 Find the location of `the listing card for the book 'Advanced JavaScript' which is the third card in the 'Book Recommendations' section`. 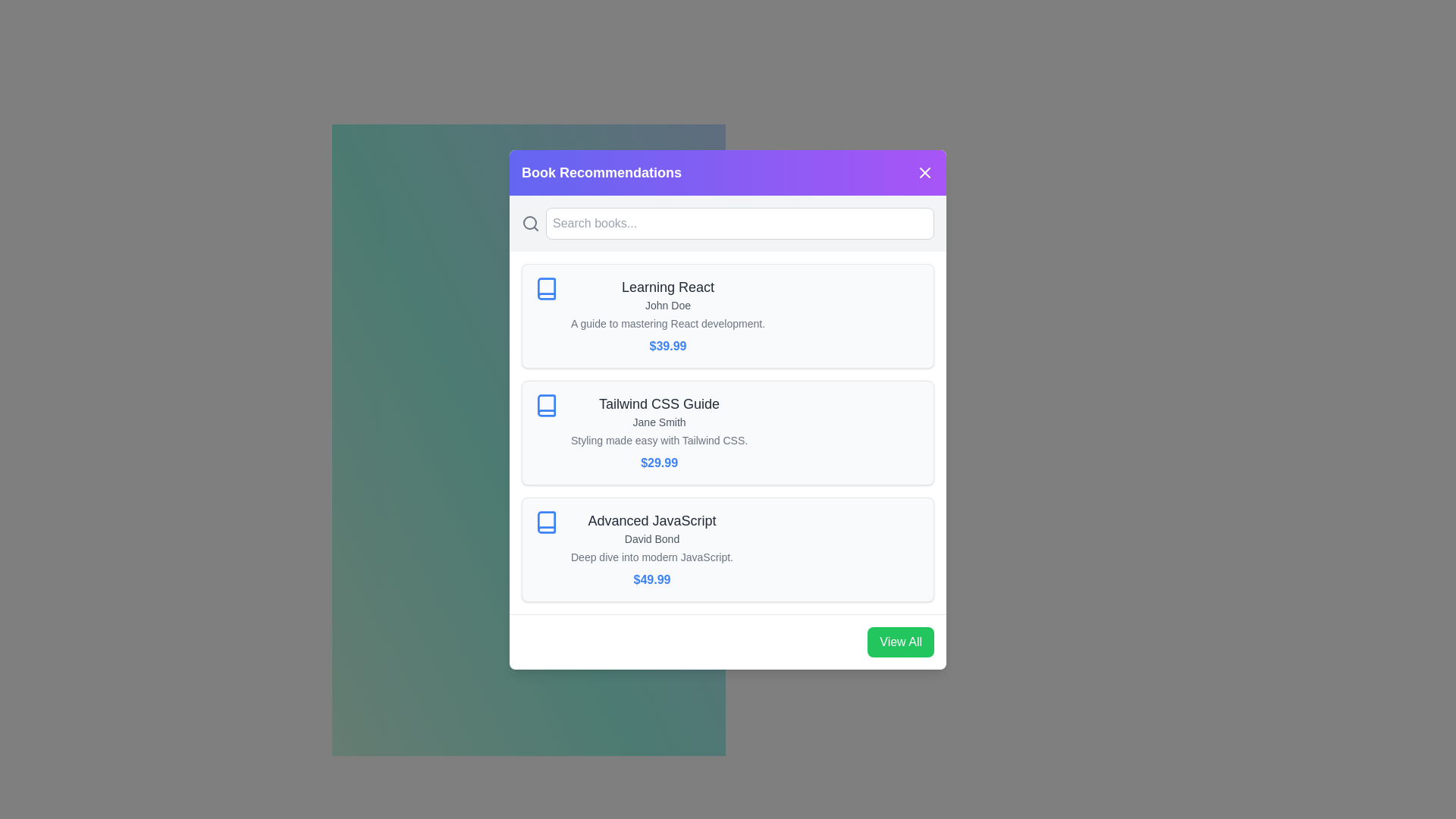

the listing card for the book 'Advanced JavaScript' which is the third card in the 'Book Recommendations' section is located at coordinates (728, 549).